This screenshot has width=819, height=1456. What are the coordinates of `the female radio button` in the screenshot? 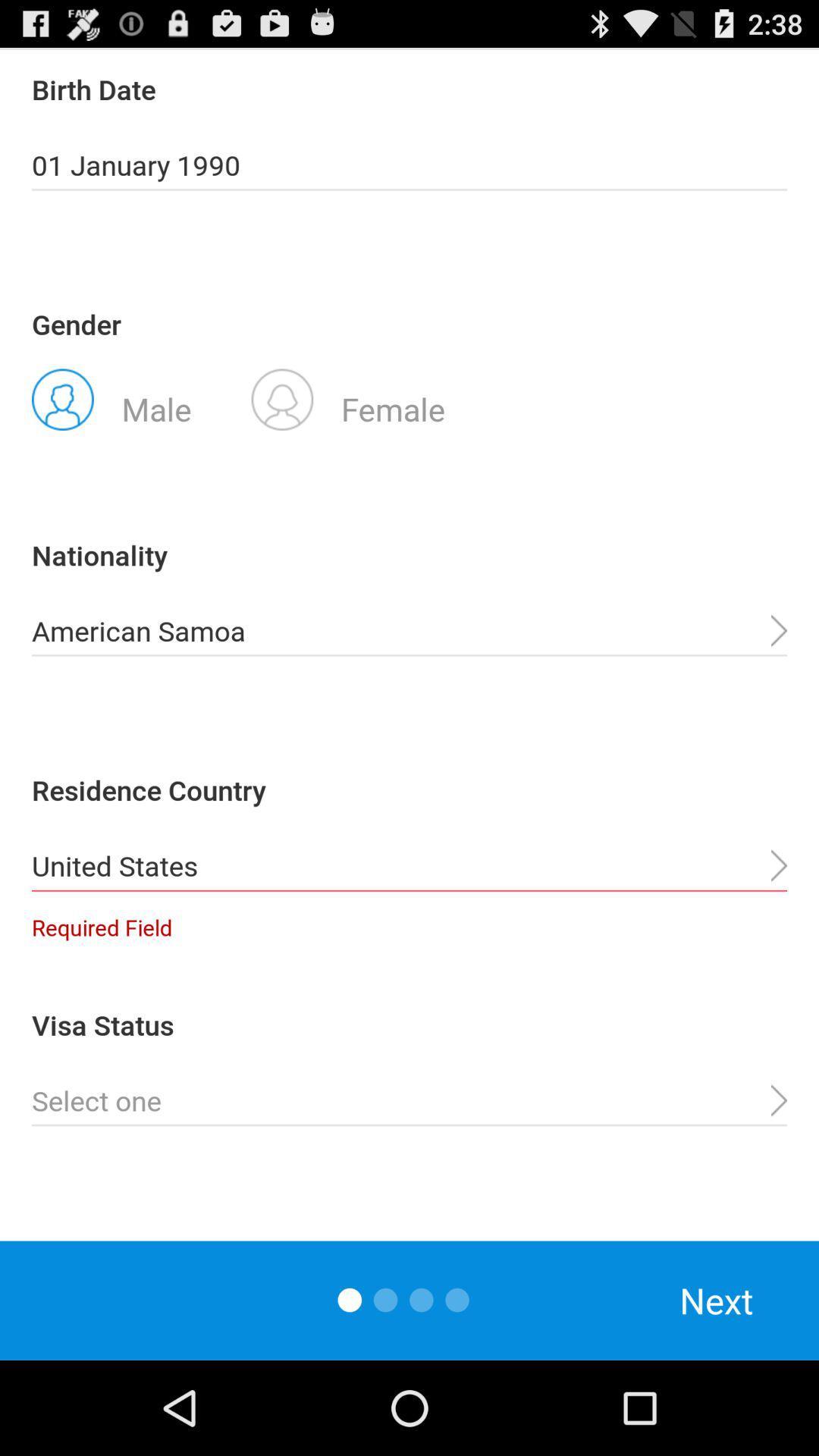 It's located at (348, 398).